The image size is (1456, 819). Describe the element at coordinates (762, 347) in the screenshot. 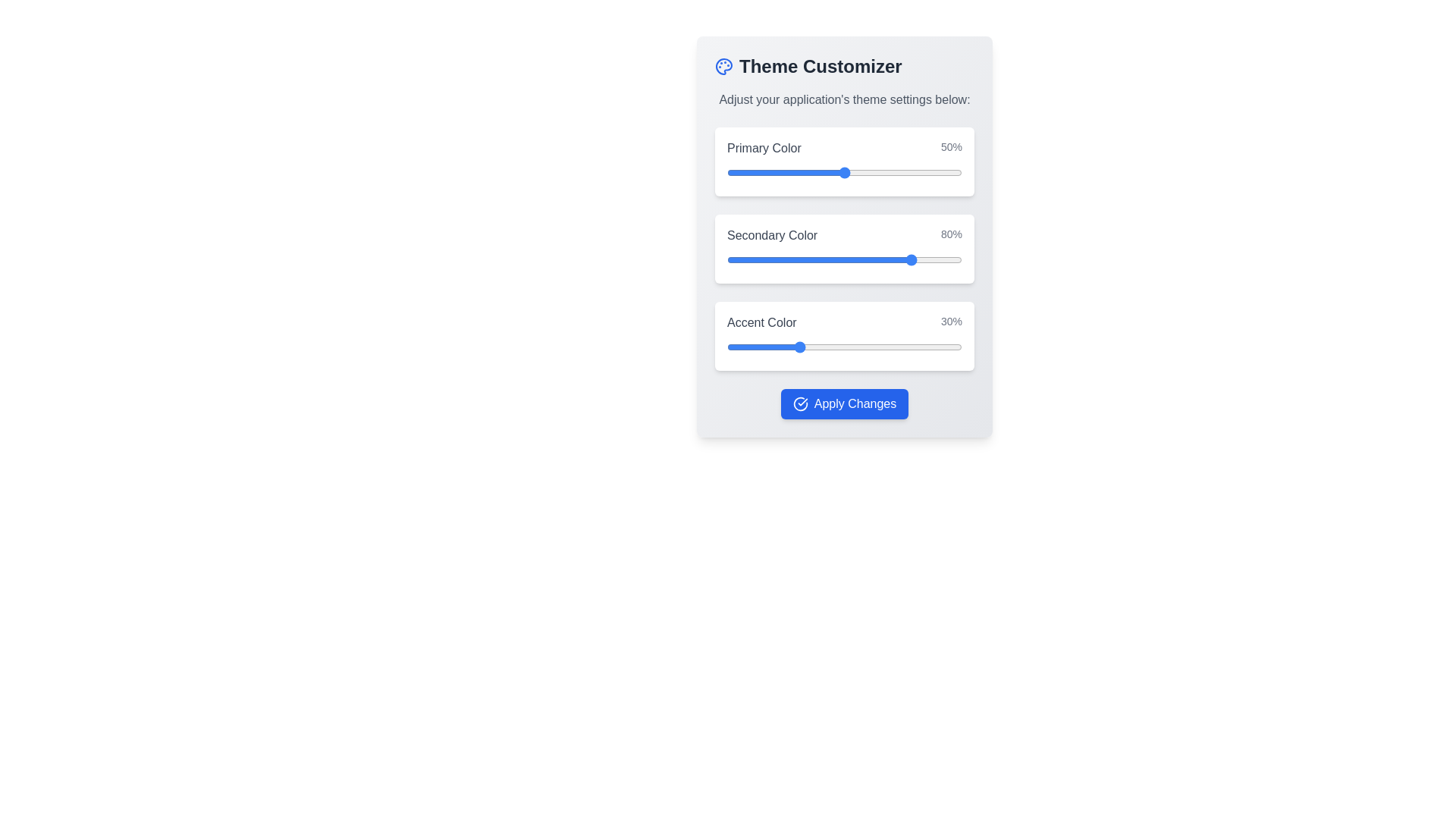

I see `the accent color percentage` at that location.